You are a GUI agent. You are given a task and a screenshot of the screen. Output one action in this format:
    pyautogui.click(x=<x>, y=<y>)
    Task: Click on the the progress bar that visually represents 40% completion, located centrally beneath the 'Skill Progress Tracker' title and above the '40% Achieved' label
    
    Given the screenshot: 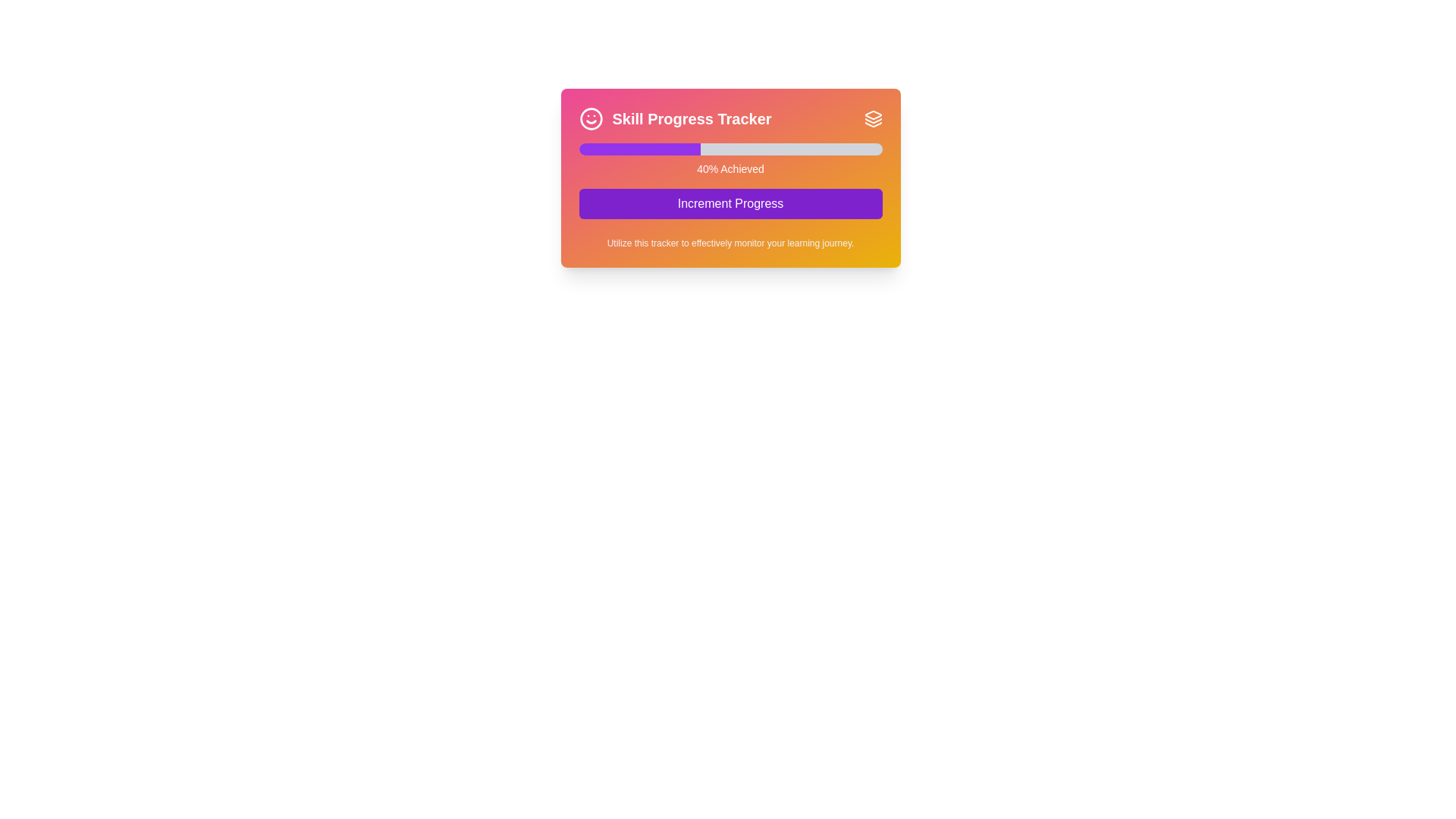 What is the action you would take?
    pyautogui.click(x=730, y=149)
    